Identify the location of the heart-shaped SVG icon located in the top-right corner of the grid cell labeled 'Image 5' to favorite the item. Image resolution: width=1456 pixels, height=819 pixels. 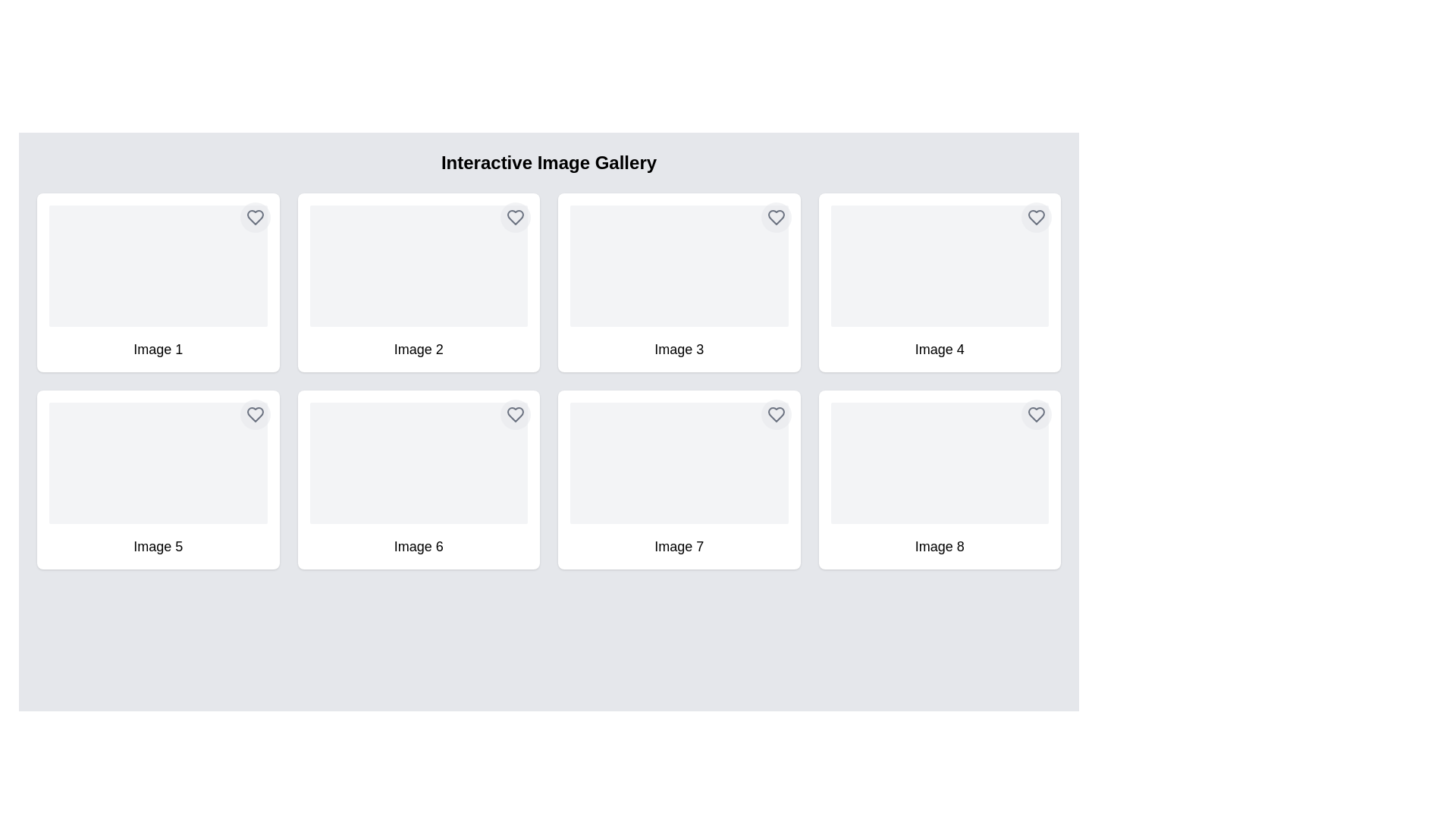
(255, 415).